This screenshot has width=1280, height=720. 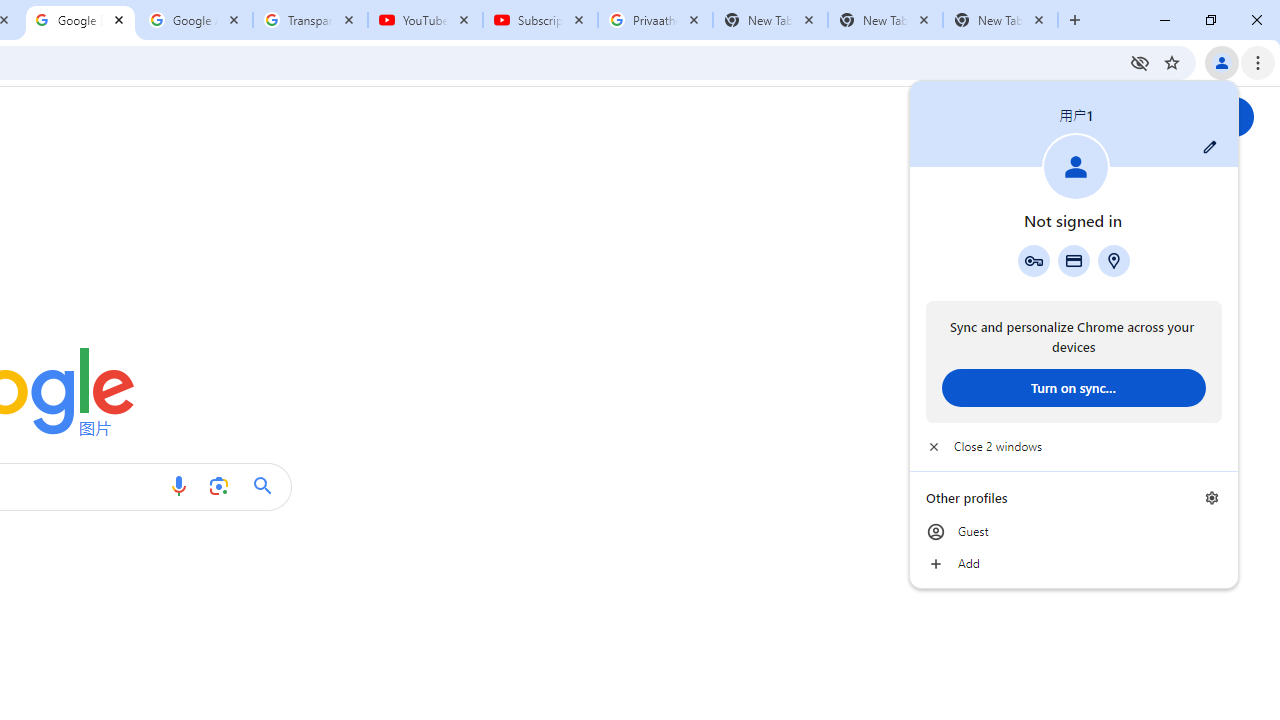 I want to click on 'Google Password Manager', so click(x=1033, y=260).